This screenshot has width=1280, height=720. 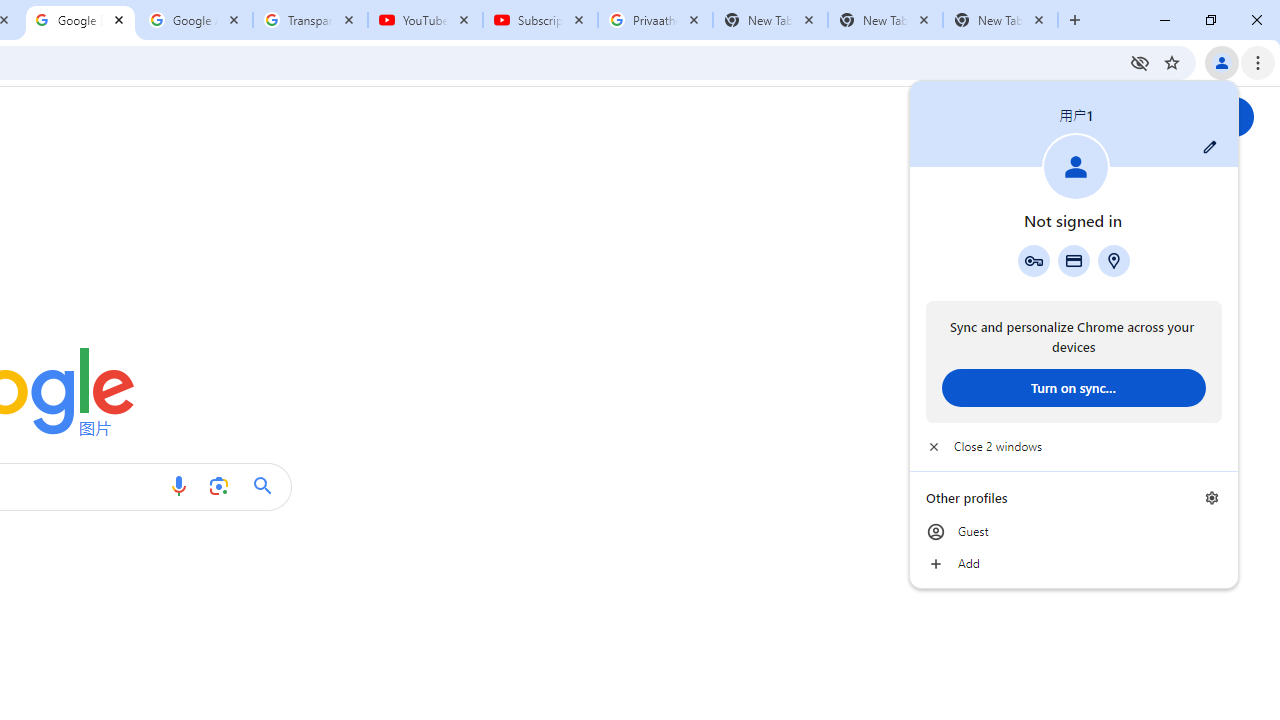 I want to click on 'Google Password Manager', so click(x=1033, y=260).